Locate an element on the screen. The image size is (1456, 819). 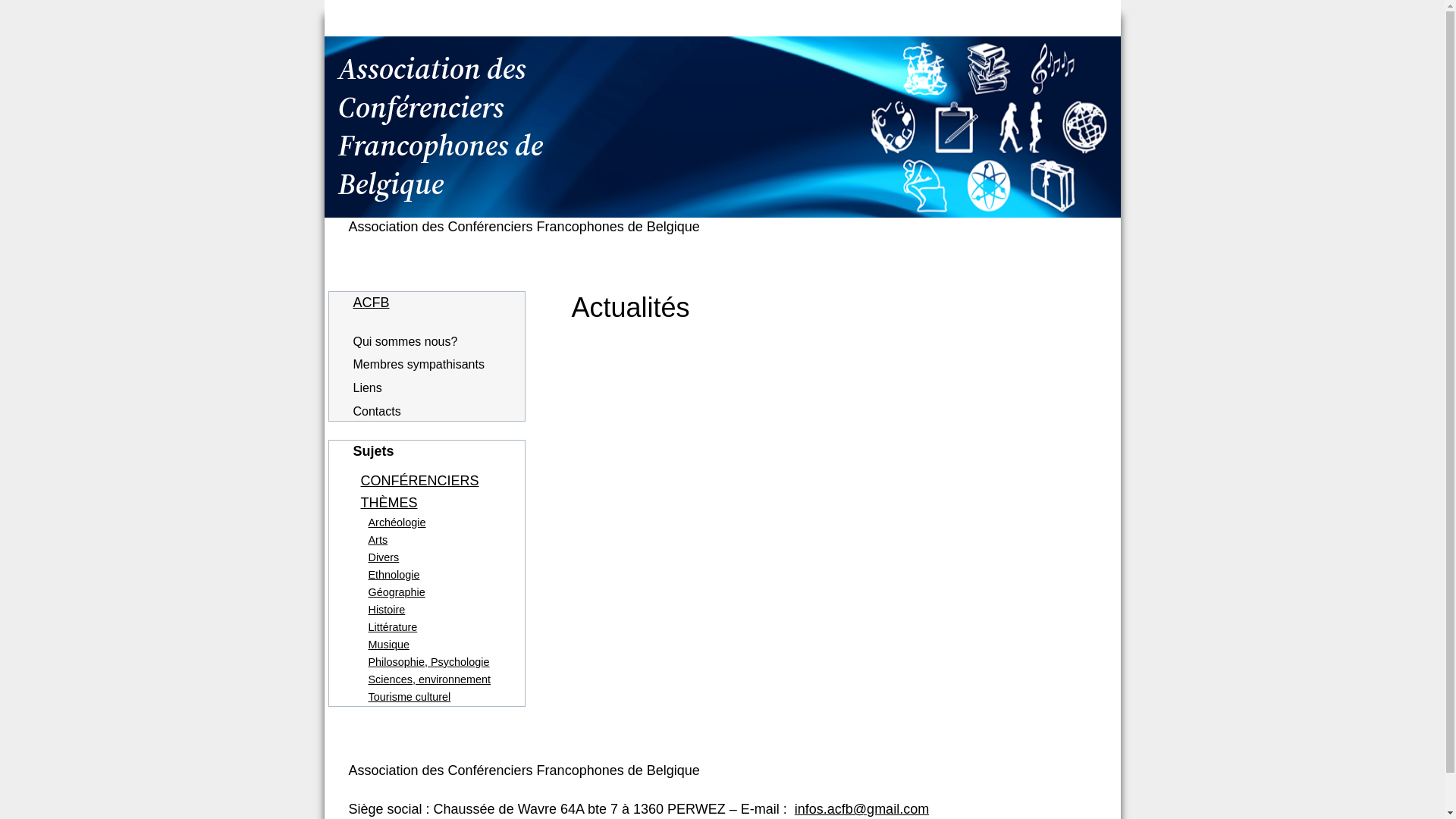
'Philosophie, Psychologie' is located at coordinates (428, 661).